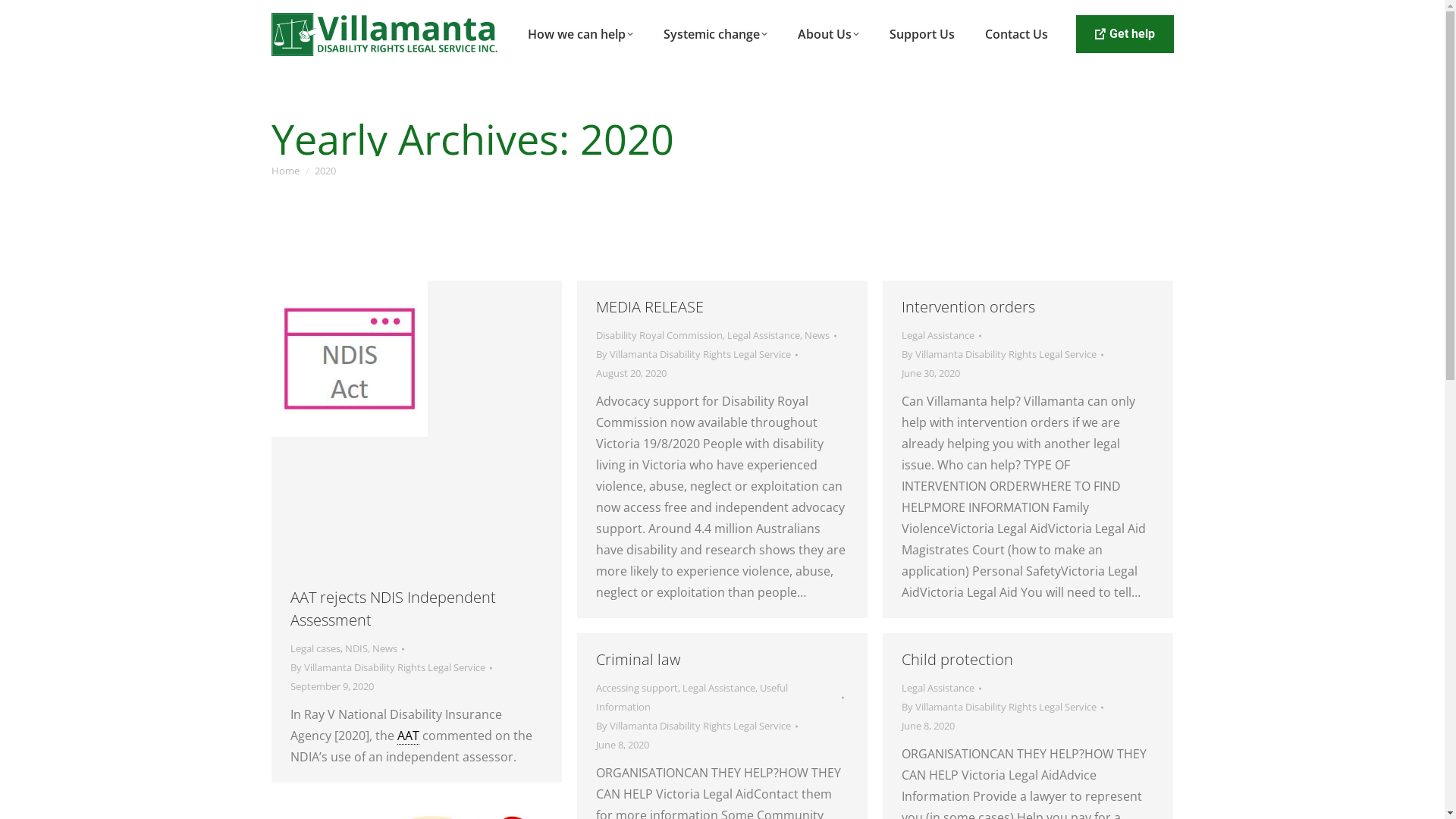 Image resolution: width=1456 pixels, height=819 pixels. Describe the element at coordinates (408, 735) in the screenshot. I see `'AAT'` at that location.